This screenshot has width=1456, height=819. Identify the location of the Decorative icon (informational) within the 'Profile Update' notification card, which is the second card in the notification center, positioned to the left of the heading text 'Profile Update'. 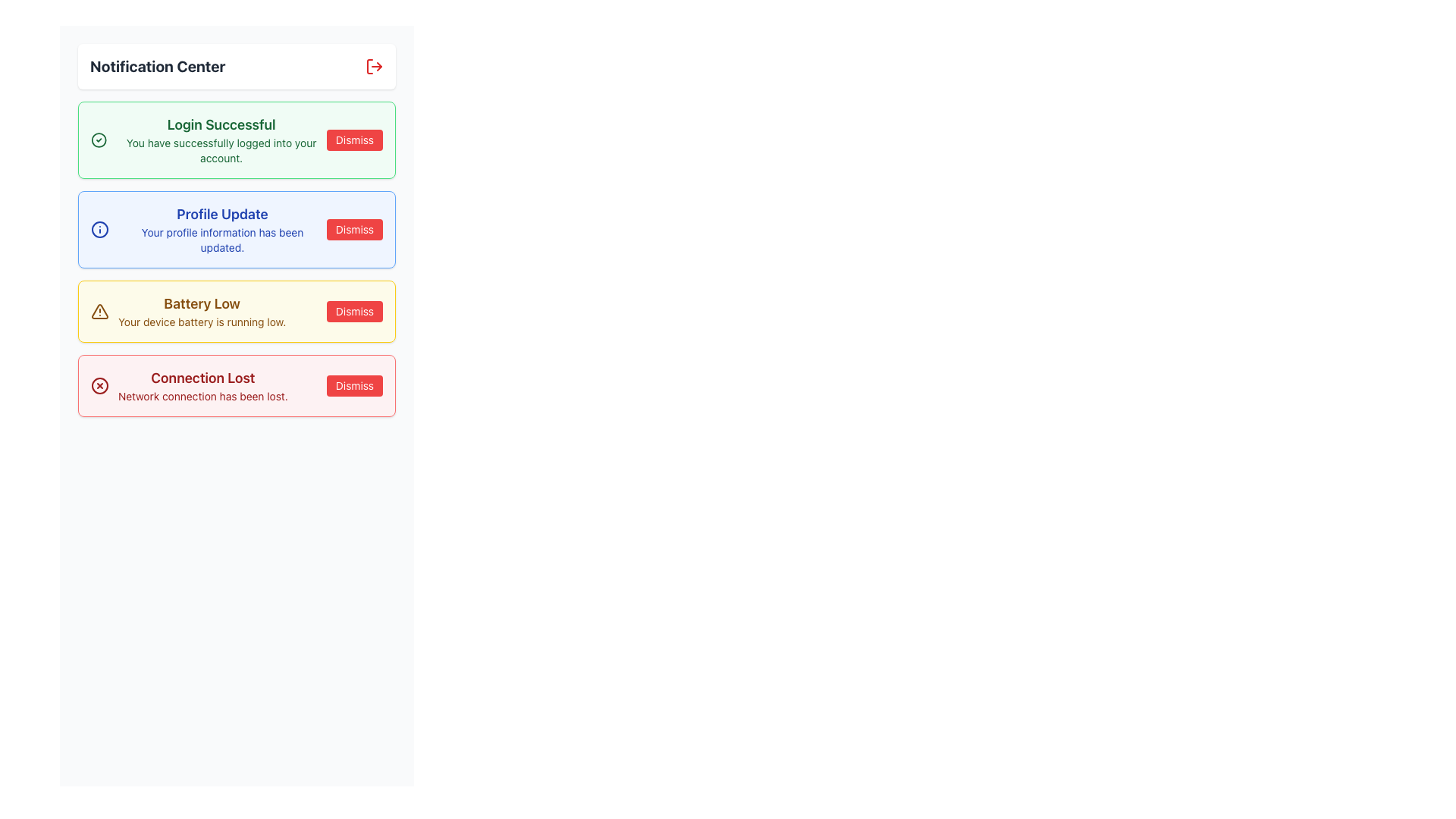
(99, 230).